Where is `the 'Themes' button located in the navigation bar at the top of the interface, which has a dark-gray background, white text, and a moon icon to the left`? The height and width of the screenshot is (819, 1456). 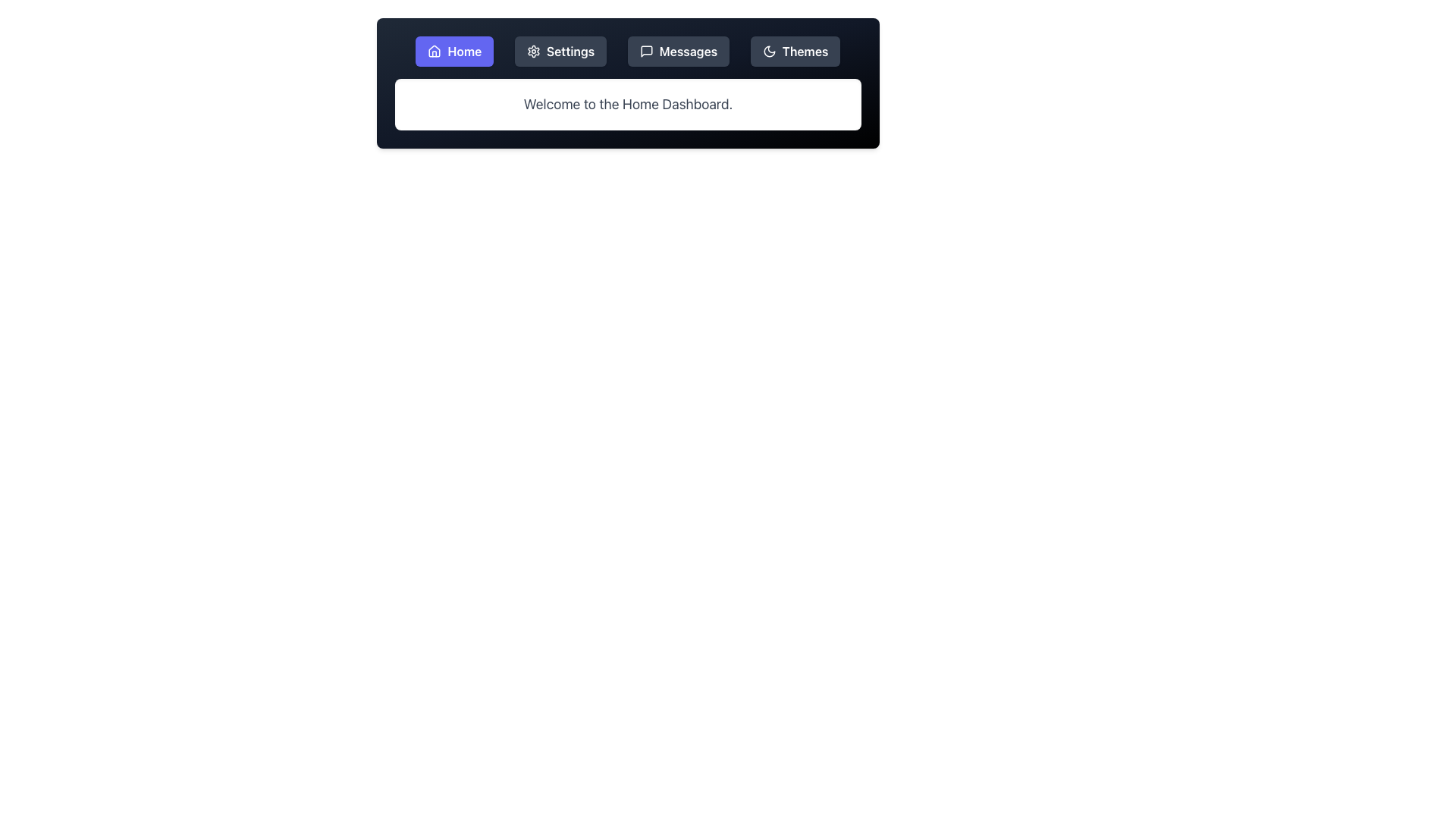
the 'Themes' button located in the navigation bar at the top of the interface, which has a dark-gray background, white text, and a moon icon to the left is located at coordinates (795, 51).